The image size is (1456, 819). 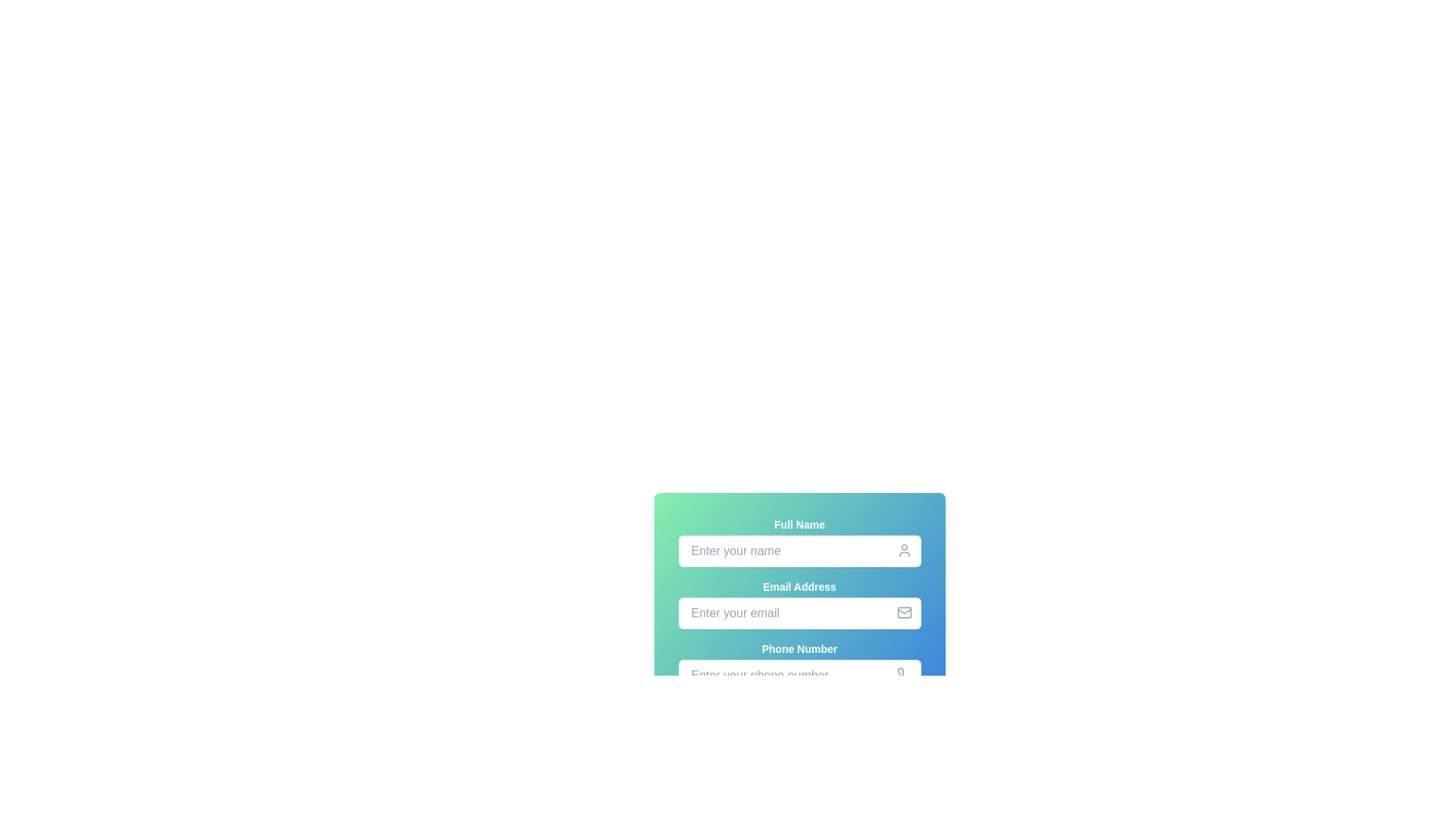 What do you see at coordinates (904, 611) in the screenshot?
I see `the envelope icon element, which is a minimalistic gray icon located at the right end of the email input field, aligned vertically to its middle` at bounding box center [904, 611].